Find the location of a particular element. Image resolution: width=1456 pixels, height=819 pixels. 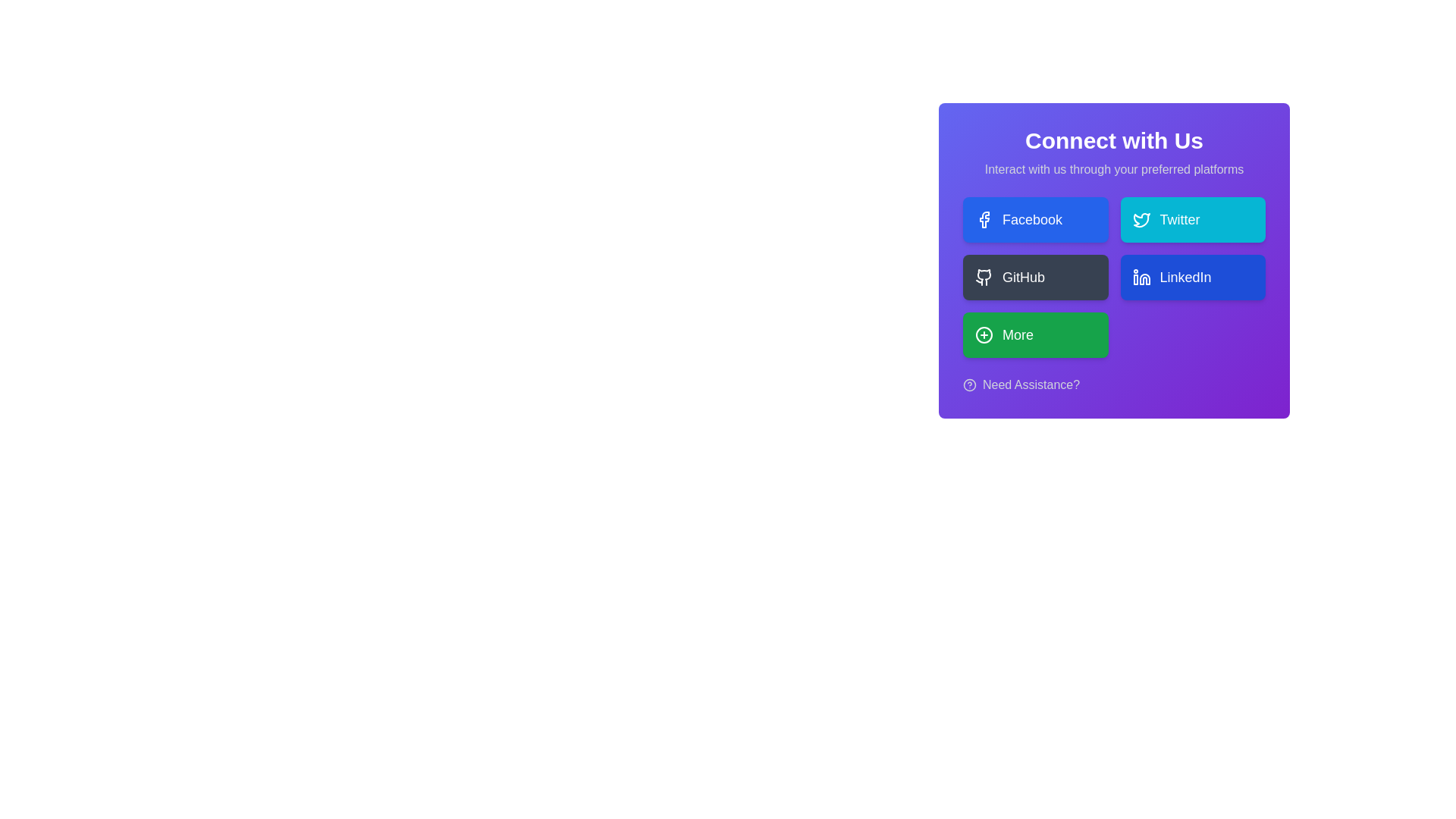

the 'Twitter' button which contains the 'Twitter' text label on a cyan background, located in the 'Connect with Us' panel is located at coordinates (1178, 219).